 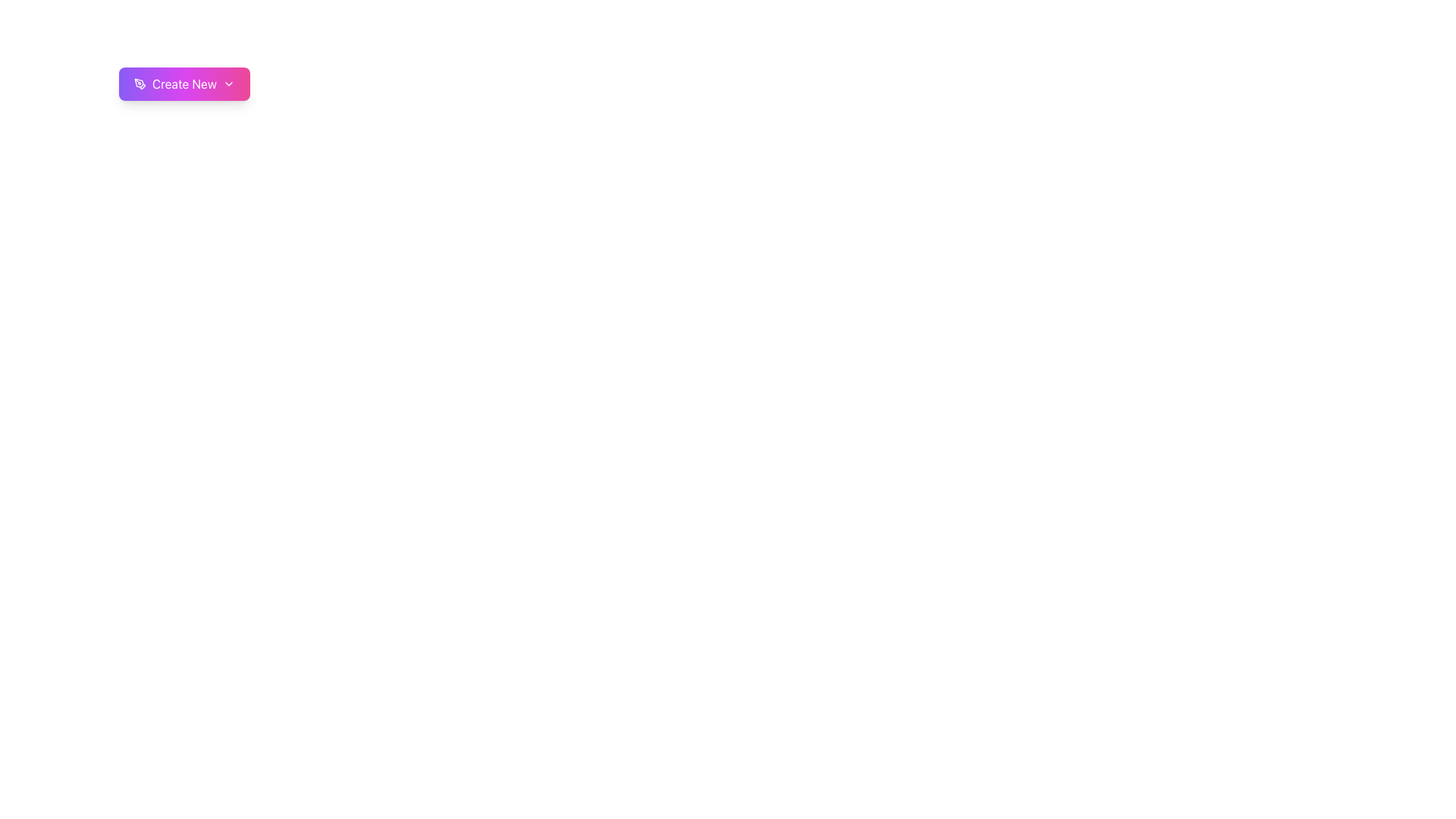 What do you see at coordinates (227, 84) in the screenshot?
I see `the chevron icon located at the far right of the 'Create New' button` at bounding box center [227, 84].